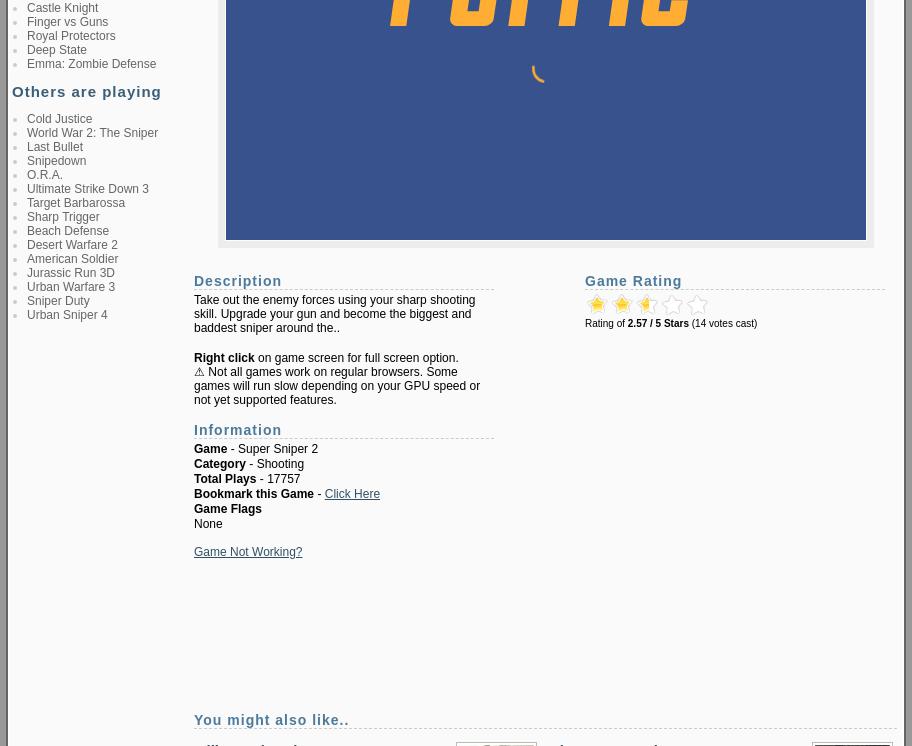 This screenshot has width=912, height=746. I want to click on 'Others are playing', so click(86, 91).